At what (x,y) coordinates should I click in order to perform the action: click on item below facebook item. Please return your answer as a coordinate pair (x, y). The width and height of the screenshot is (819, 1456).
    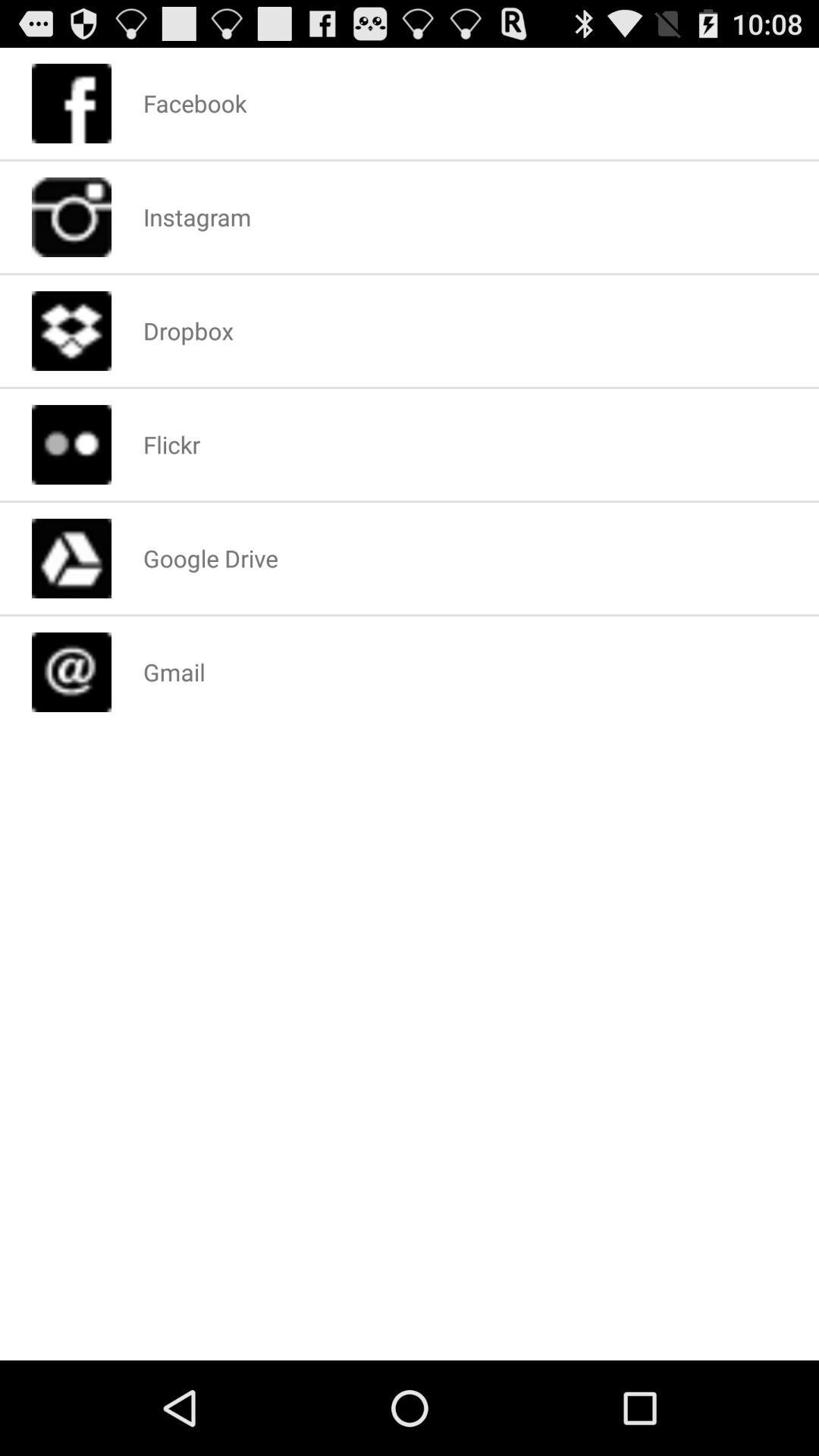
    Looking at the image, I should click on (196, 216).